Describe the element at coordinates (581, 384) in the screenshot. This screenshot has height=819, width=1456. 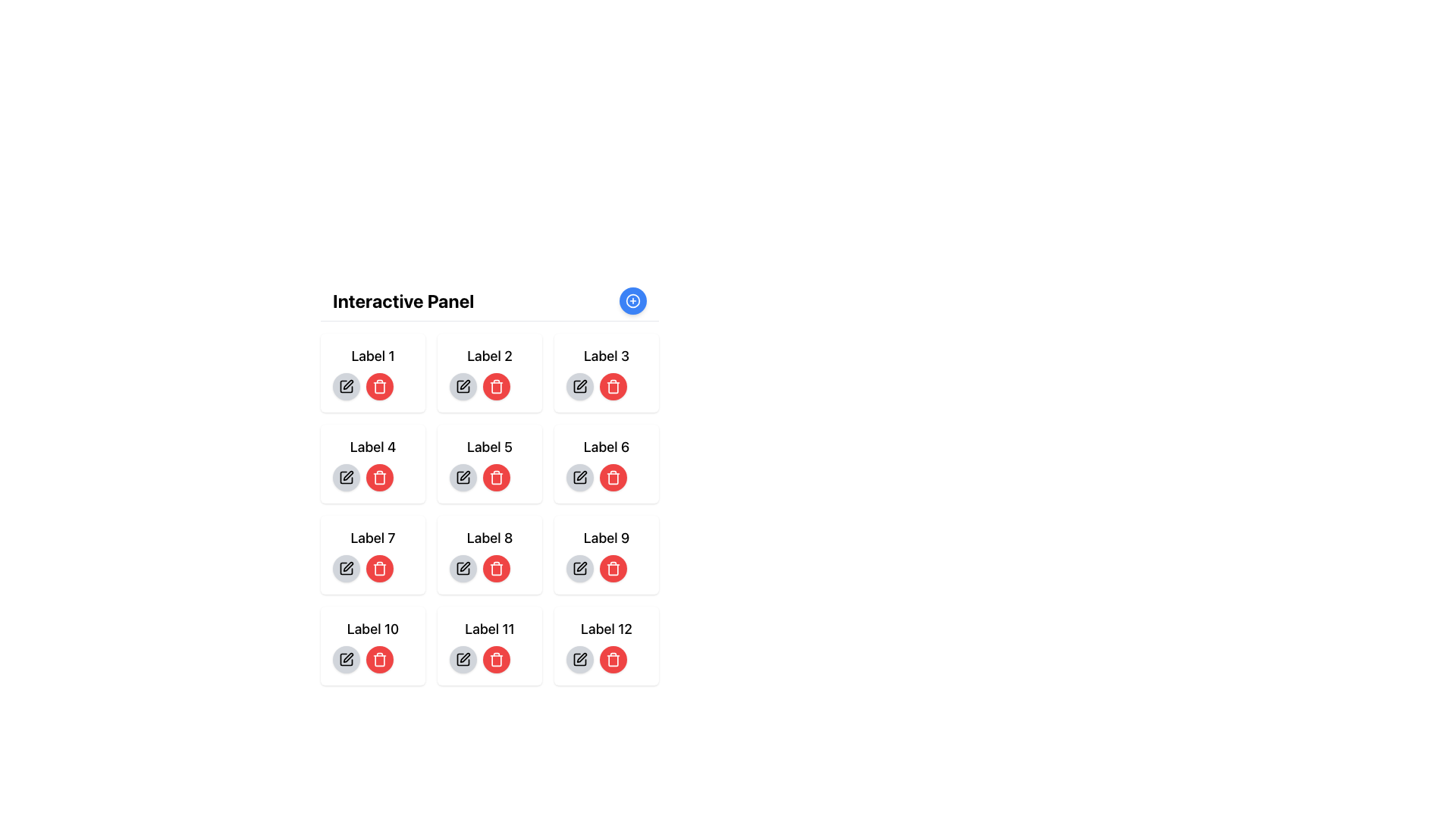
I see `the tool icon button located in the top-right corner of the 'Label 6' module` at that location.